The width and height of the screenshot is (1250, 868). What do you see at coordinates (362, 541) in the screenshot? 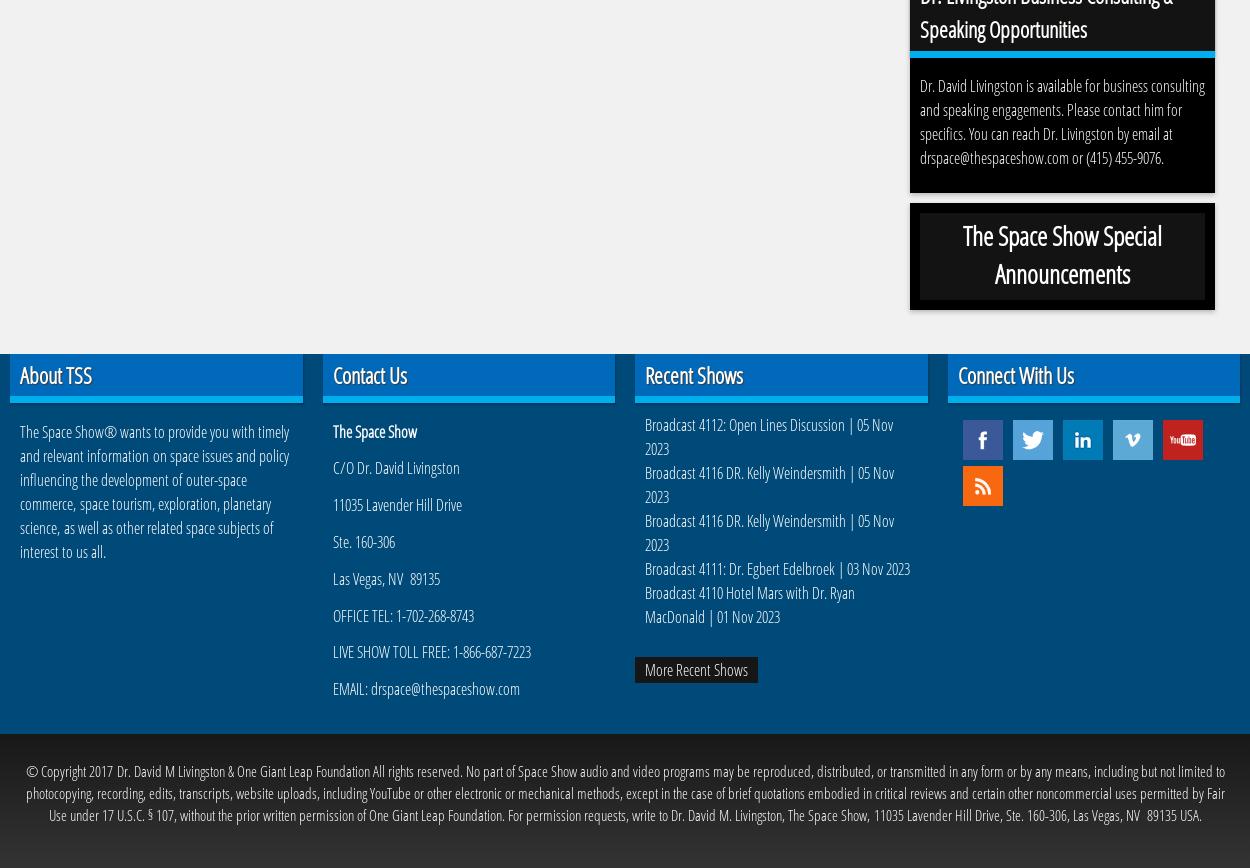
I see `'Ste. 160-306'` at bounding box center [362, 541].